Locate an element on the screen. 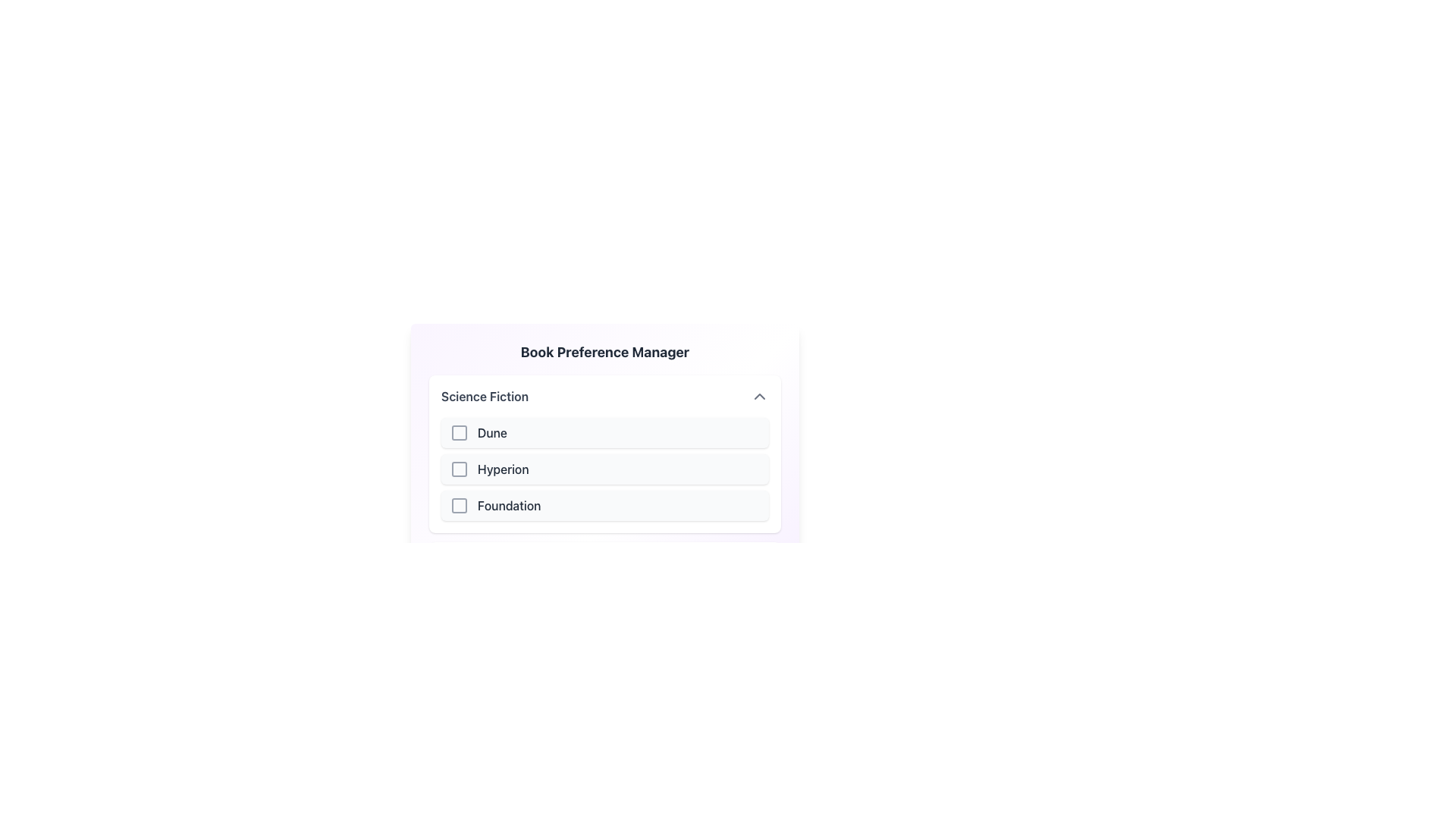  the text label 'Dune' which is styled in medium-weight gray font, positioned to the right of a checkbox in the 'Science Fiction' section of the 'Book Preference Manager' is located at coordinates (492, 432).